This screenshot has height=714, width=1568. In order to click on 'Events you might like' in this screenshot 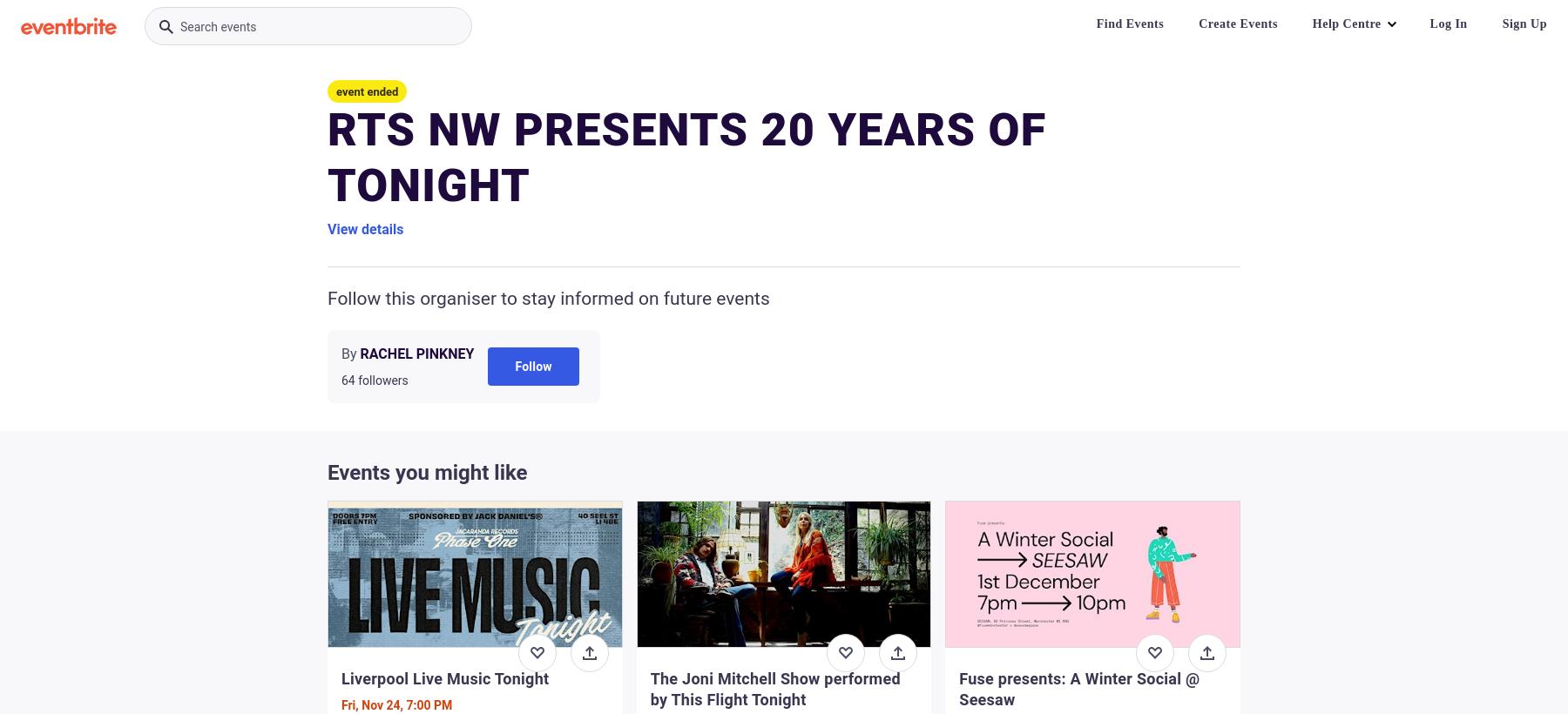, I will do `click(426, 472)`.